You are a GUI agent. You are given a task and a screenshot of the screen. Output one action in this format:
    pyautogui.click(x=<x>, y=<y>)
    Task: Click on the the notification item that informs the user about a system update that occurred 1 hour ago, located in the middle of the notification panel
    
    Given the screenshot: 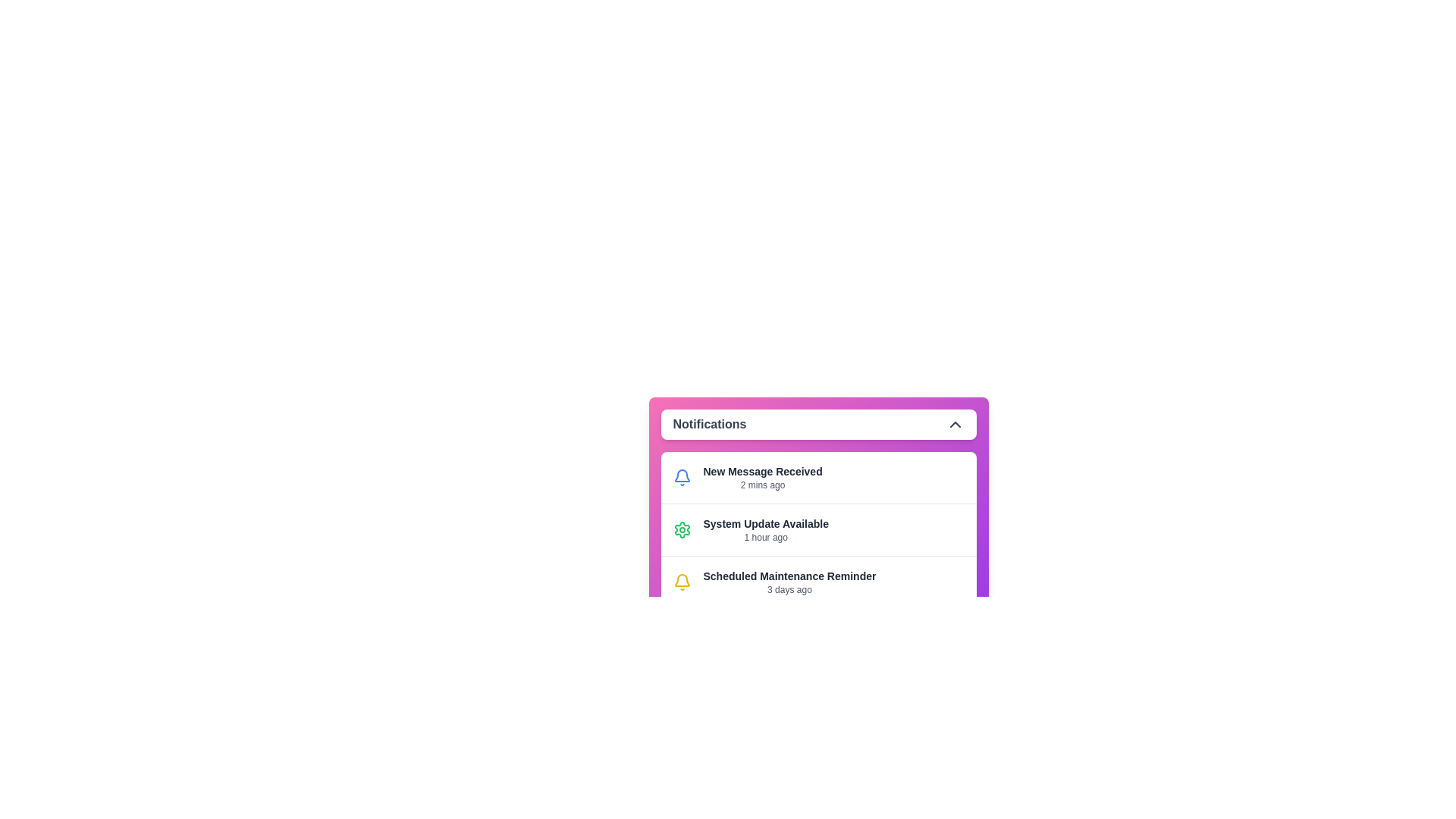 What is the action you would take?
    pyautogui.click(x=817, y=529)
    